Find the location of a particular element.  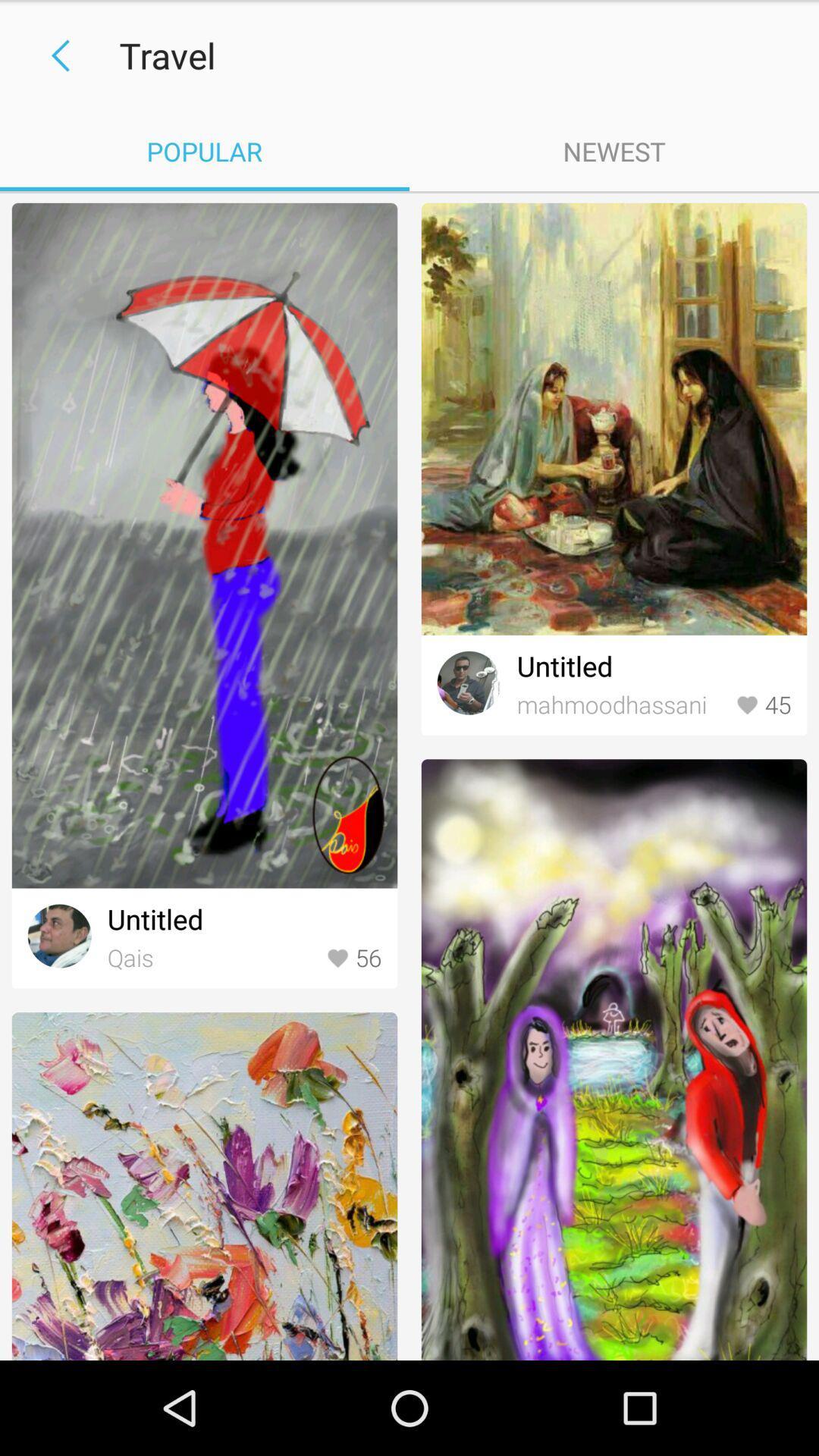

the item to the left of travel item is located at coordinates (55, 55).